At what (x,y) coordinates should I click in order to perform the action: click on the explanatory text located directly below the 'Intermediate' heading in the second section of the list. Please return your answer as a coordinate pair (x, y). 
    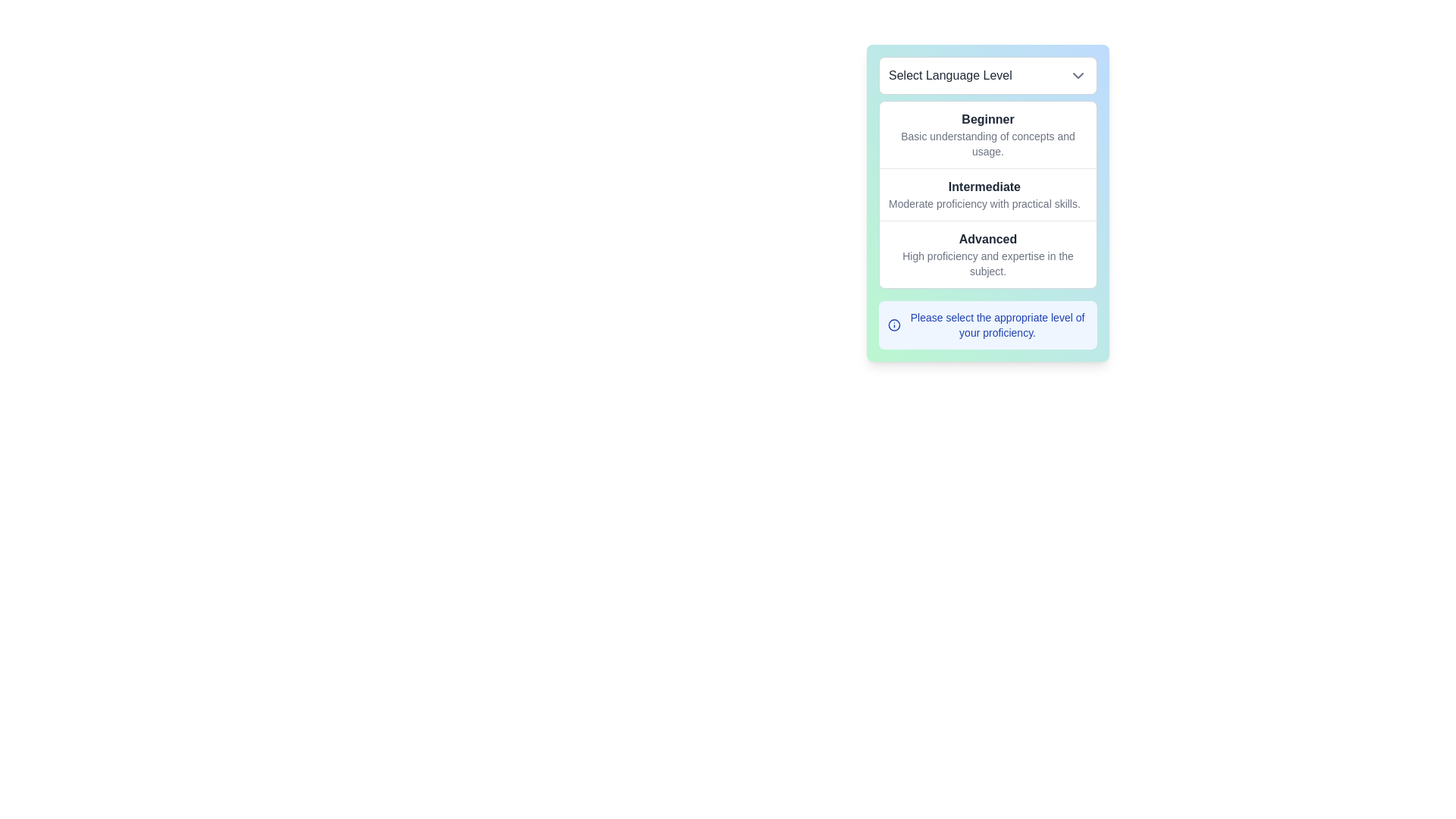
    Looking at the image, I should click on (984, 203).